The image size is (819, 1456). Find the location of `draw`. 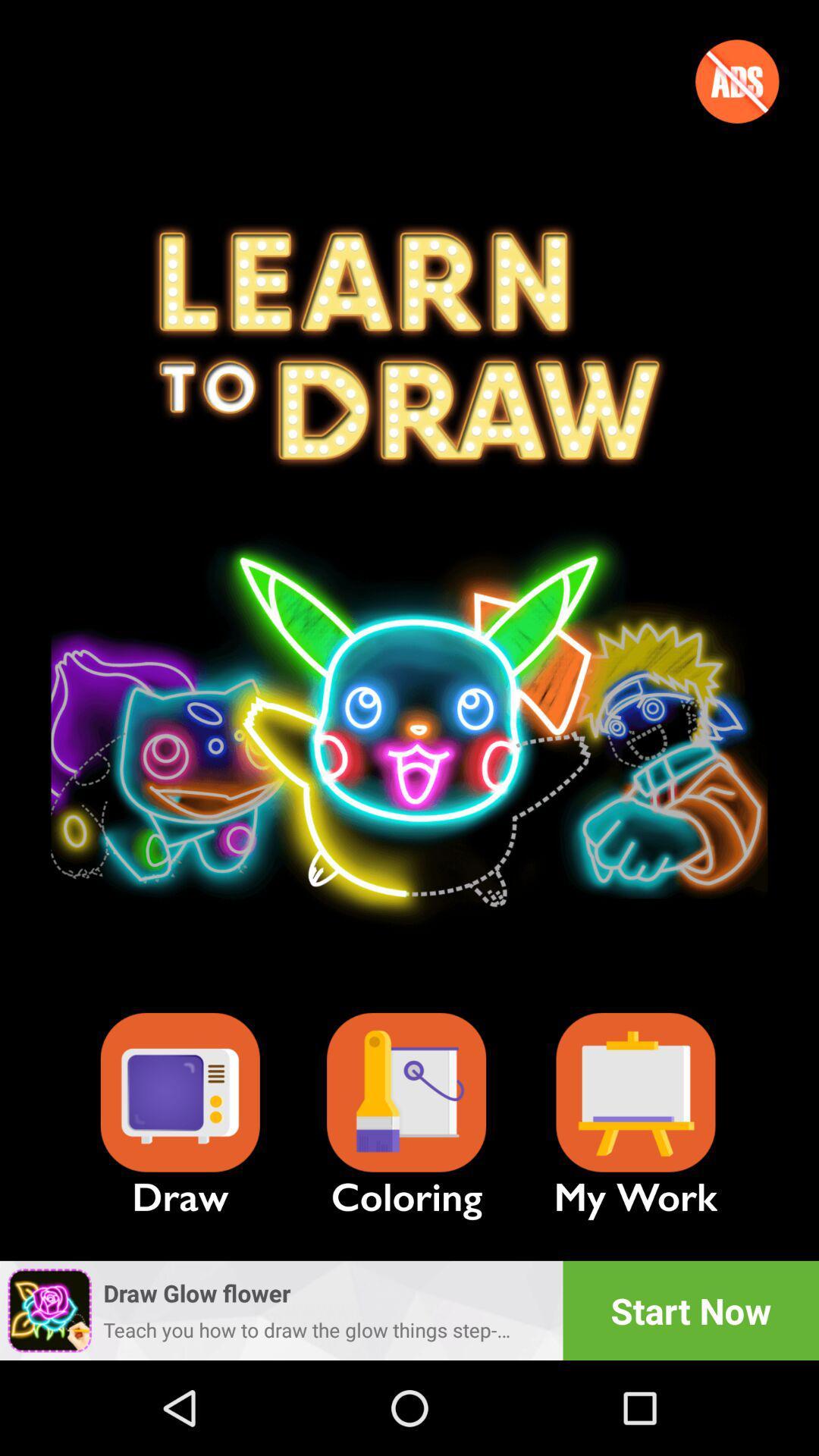

draw is located at coordinates (179, 1093).